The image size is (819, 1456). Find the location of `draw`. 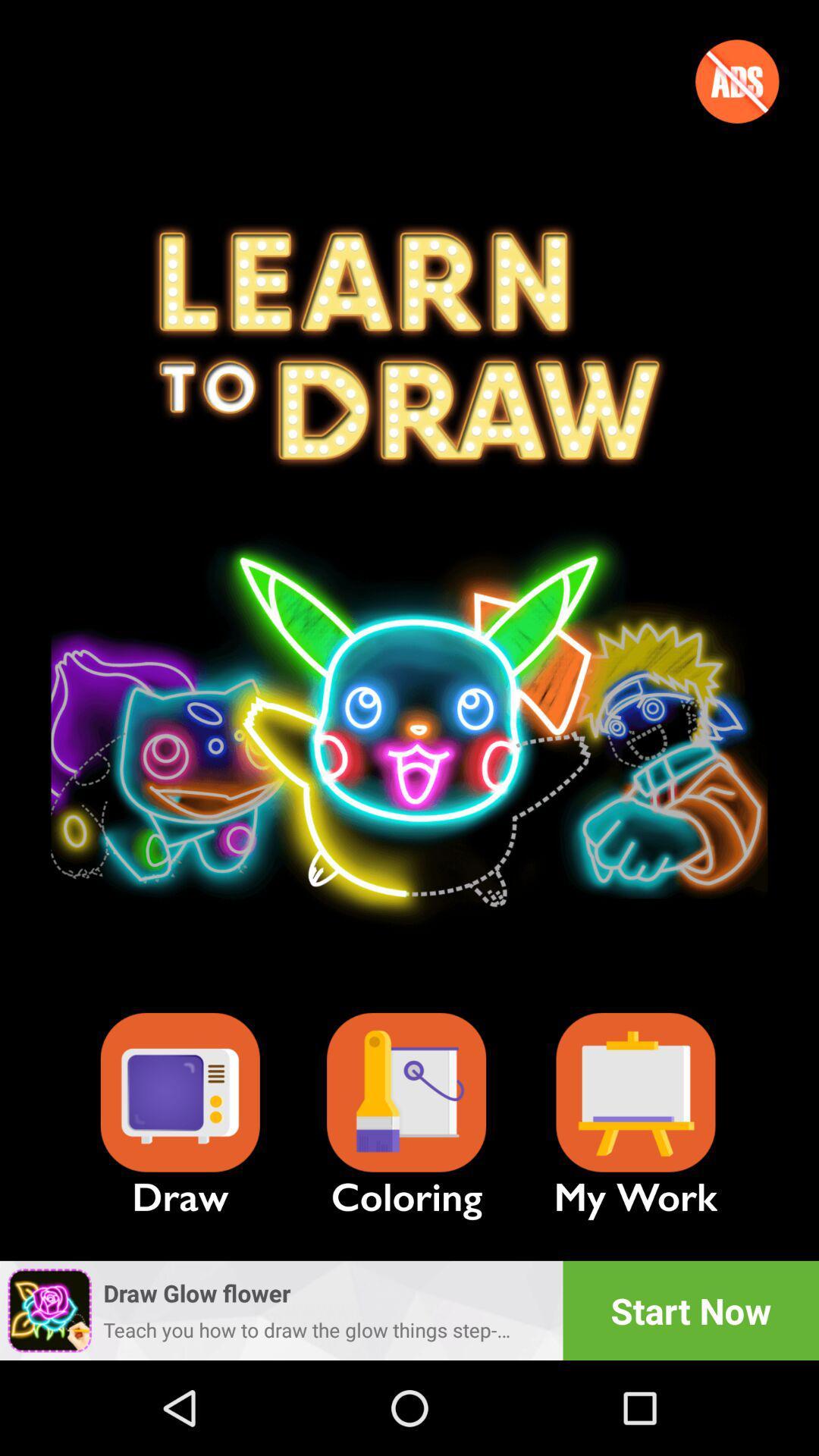

draw is located at coordinates (179, 1093).